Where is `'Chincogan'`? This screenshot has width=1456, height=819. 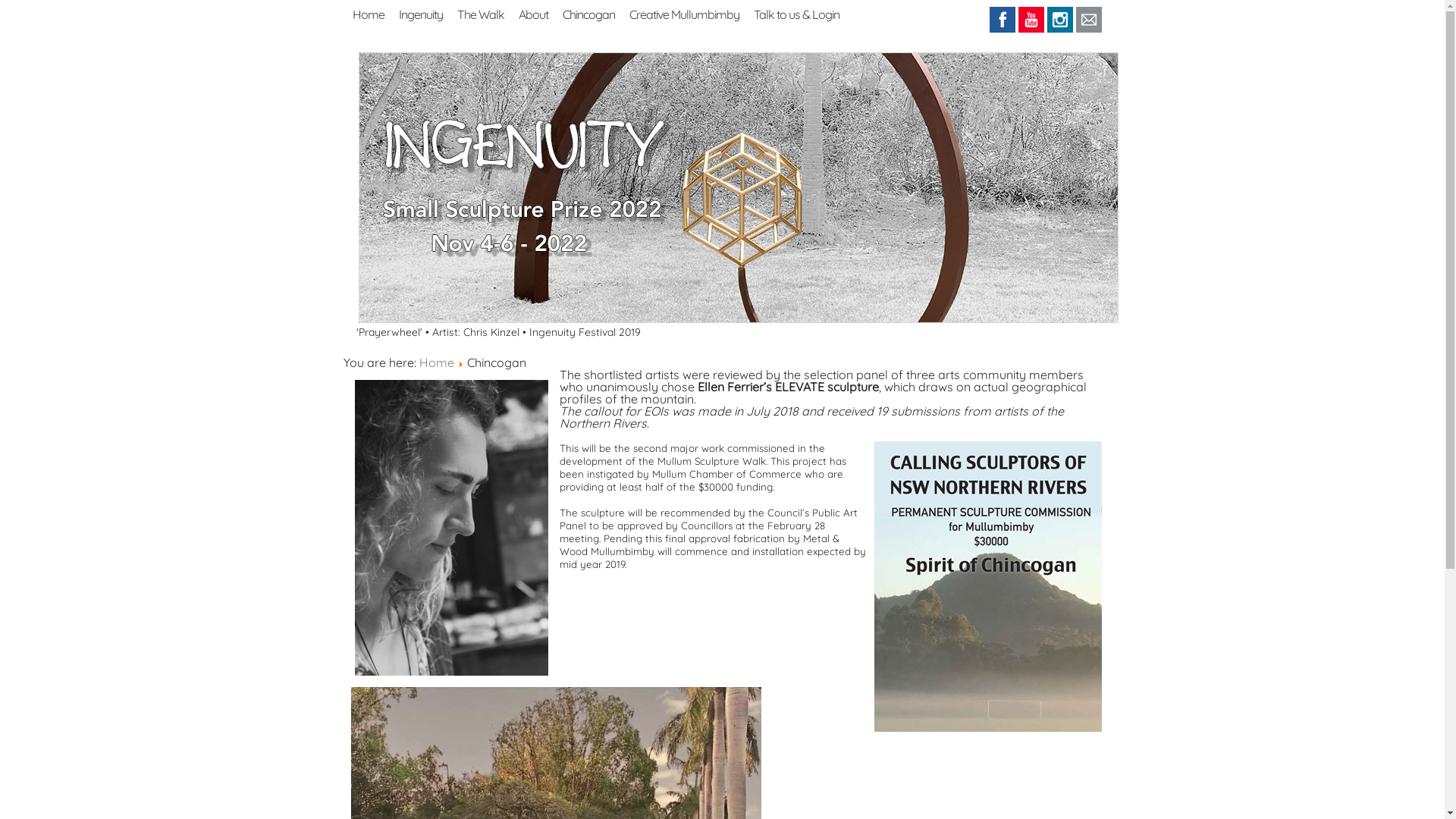
'Chincogan' is located at coordinates (562, 12).